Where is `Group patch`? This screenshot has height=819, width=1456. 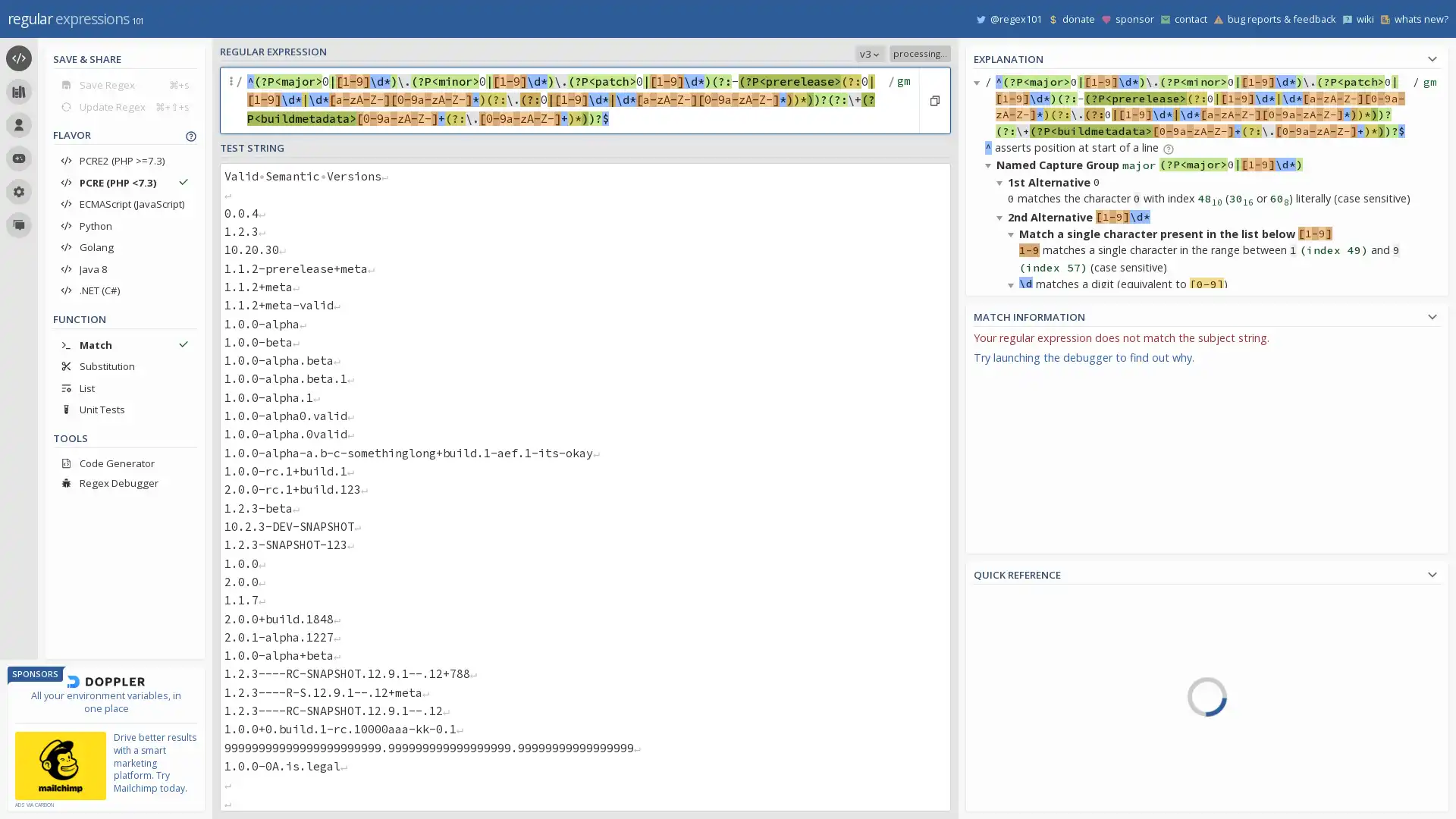
Group patch is located at coordinates (1014, 432).